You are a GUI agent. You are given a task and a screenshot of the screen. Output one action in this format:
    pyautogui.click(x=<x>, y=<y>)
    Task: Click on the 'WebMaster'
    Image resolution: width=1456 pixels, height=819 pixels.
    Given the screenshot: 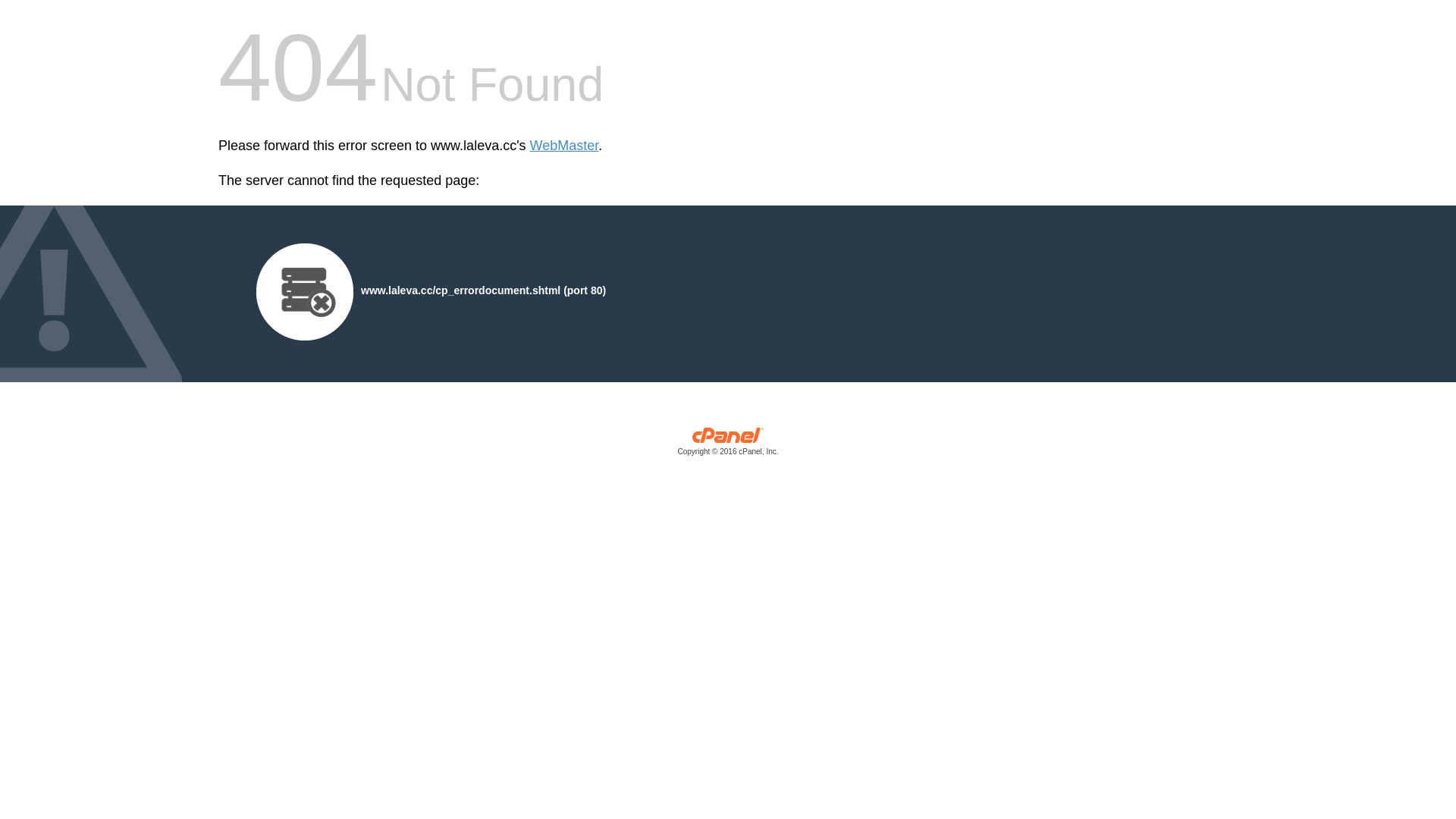 What is the action you would take?
    pyautogui.click(x=530, y=146)
    